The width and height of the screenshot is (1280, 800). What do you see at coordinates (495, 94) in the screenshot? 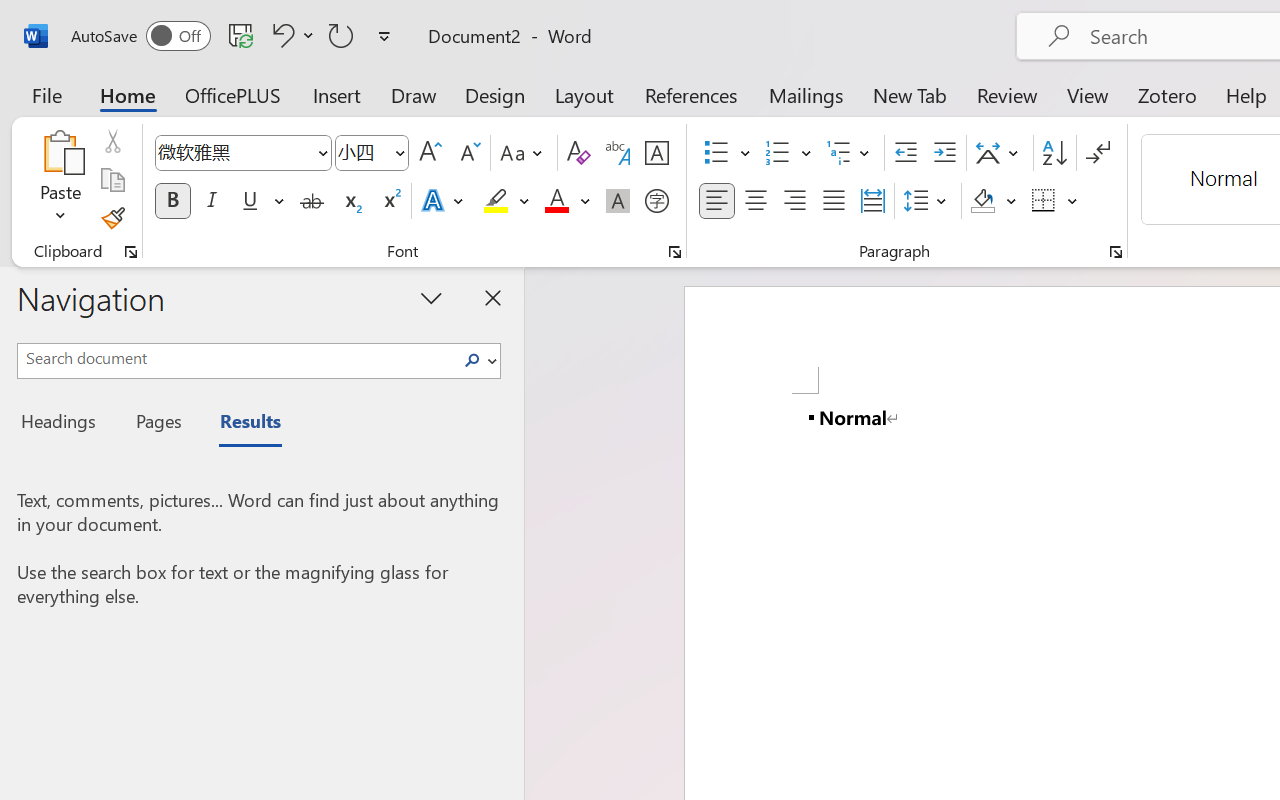
I see `'Design'` at bounding box center [495, 94].